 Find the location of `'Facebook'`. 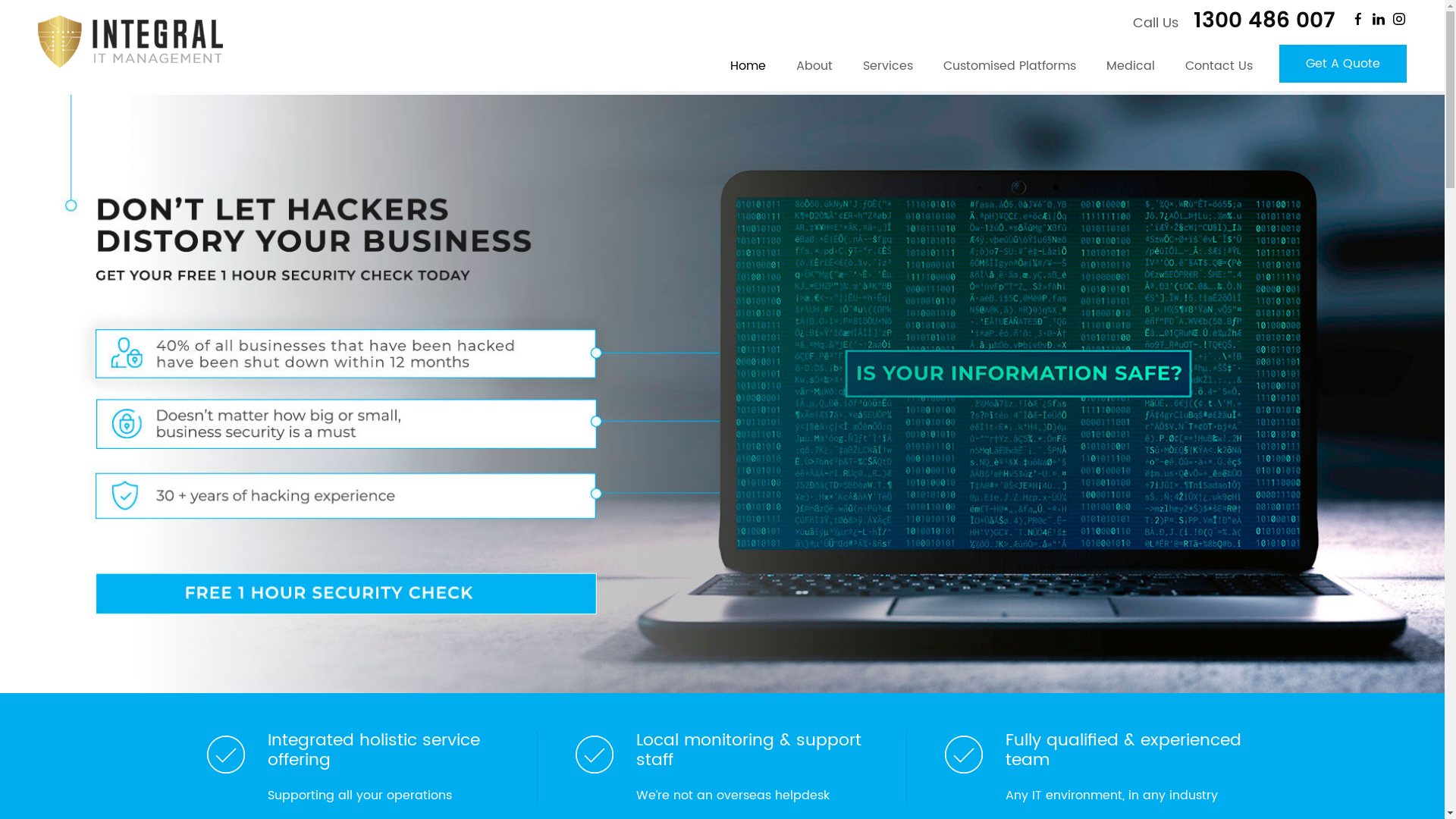

'Facebook' is located at coordinates (1357, 18).